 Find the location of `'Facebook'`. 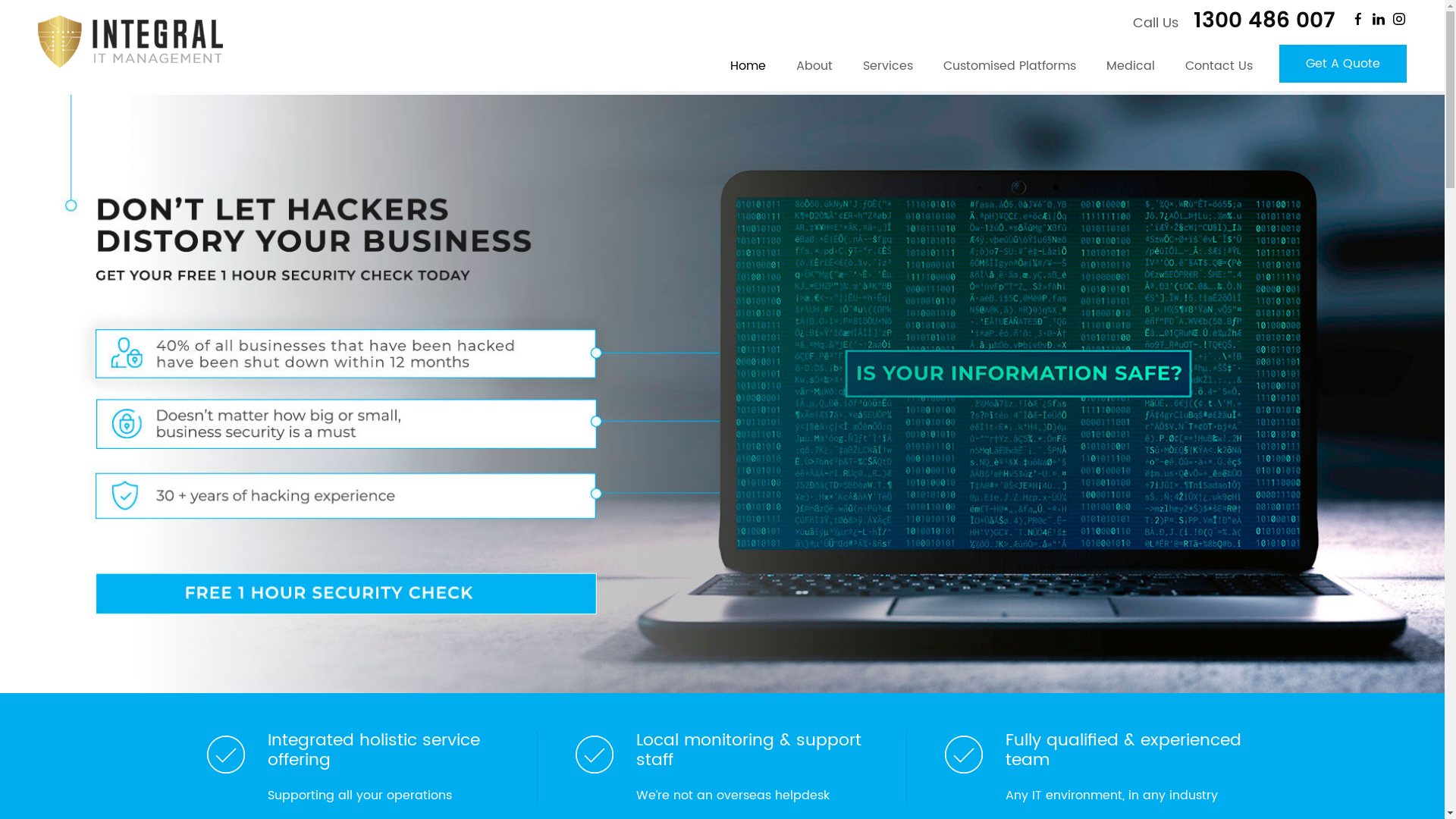

'Facebook' is located at coordinates (1357, 18).